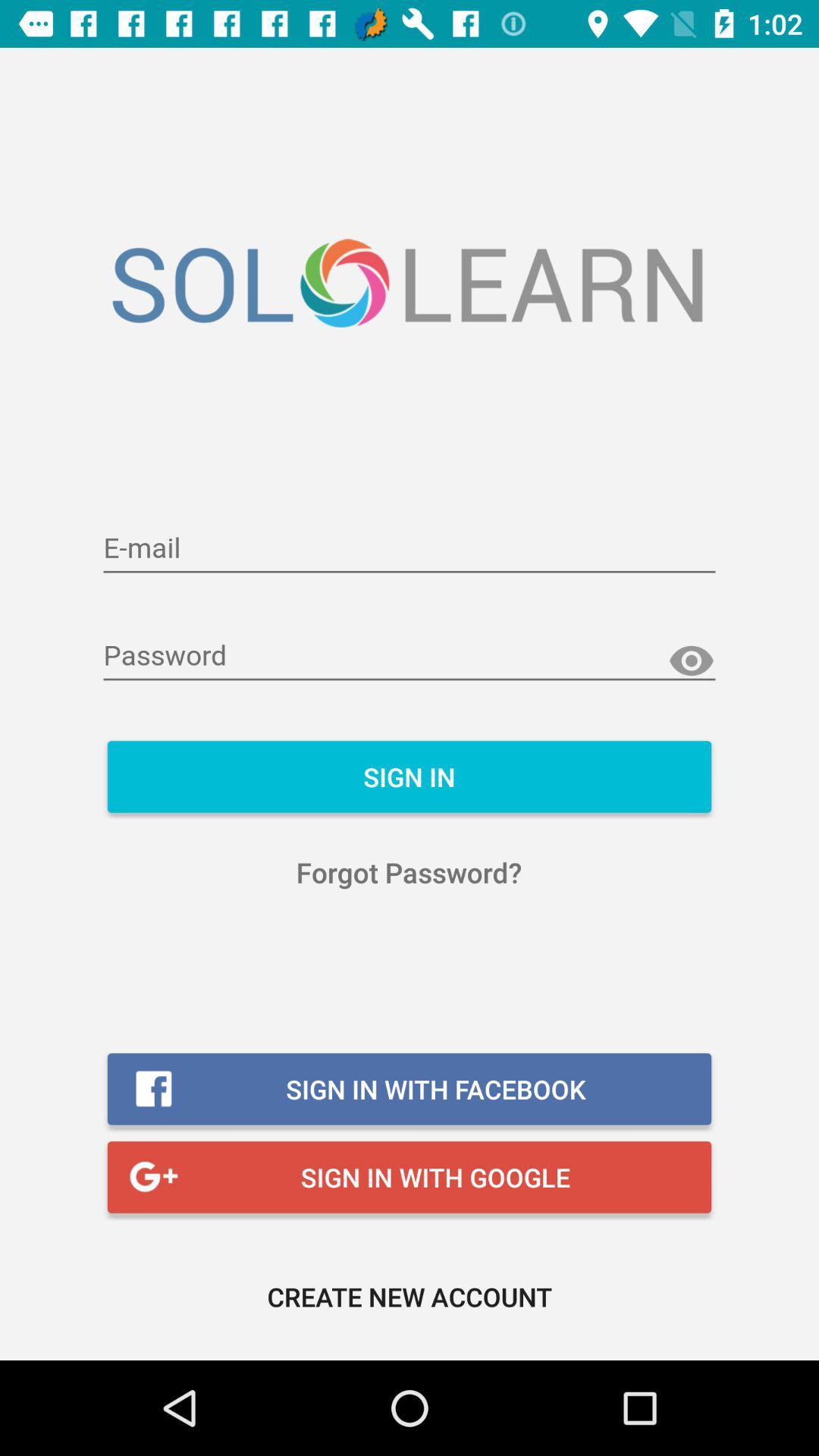 The width and height of the screenshot is (819, 1456). I want to click on item above sign in with, so click(408, 872).